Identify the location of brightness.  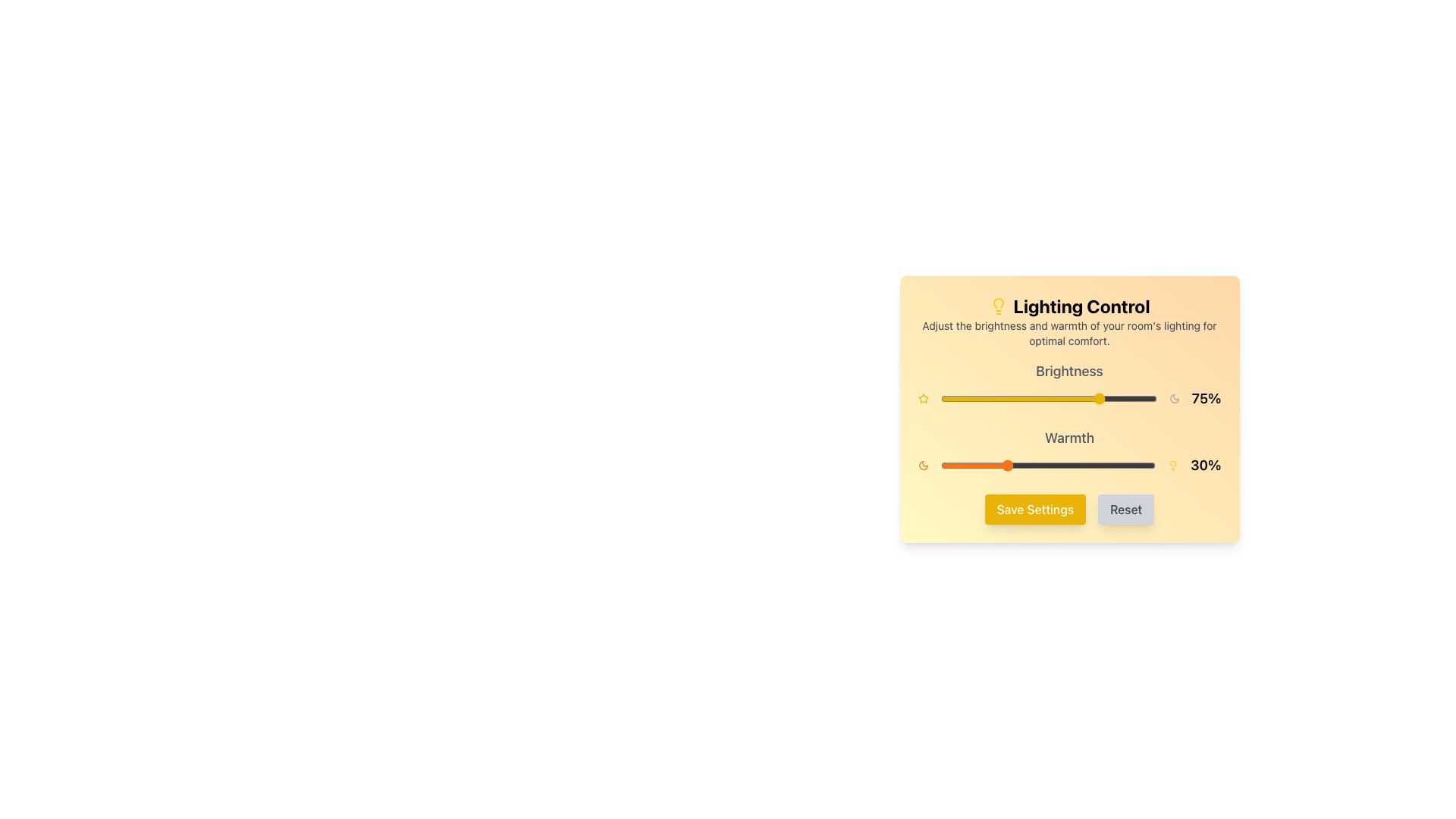
(993, 397).